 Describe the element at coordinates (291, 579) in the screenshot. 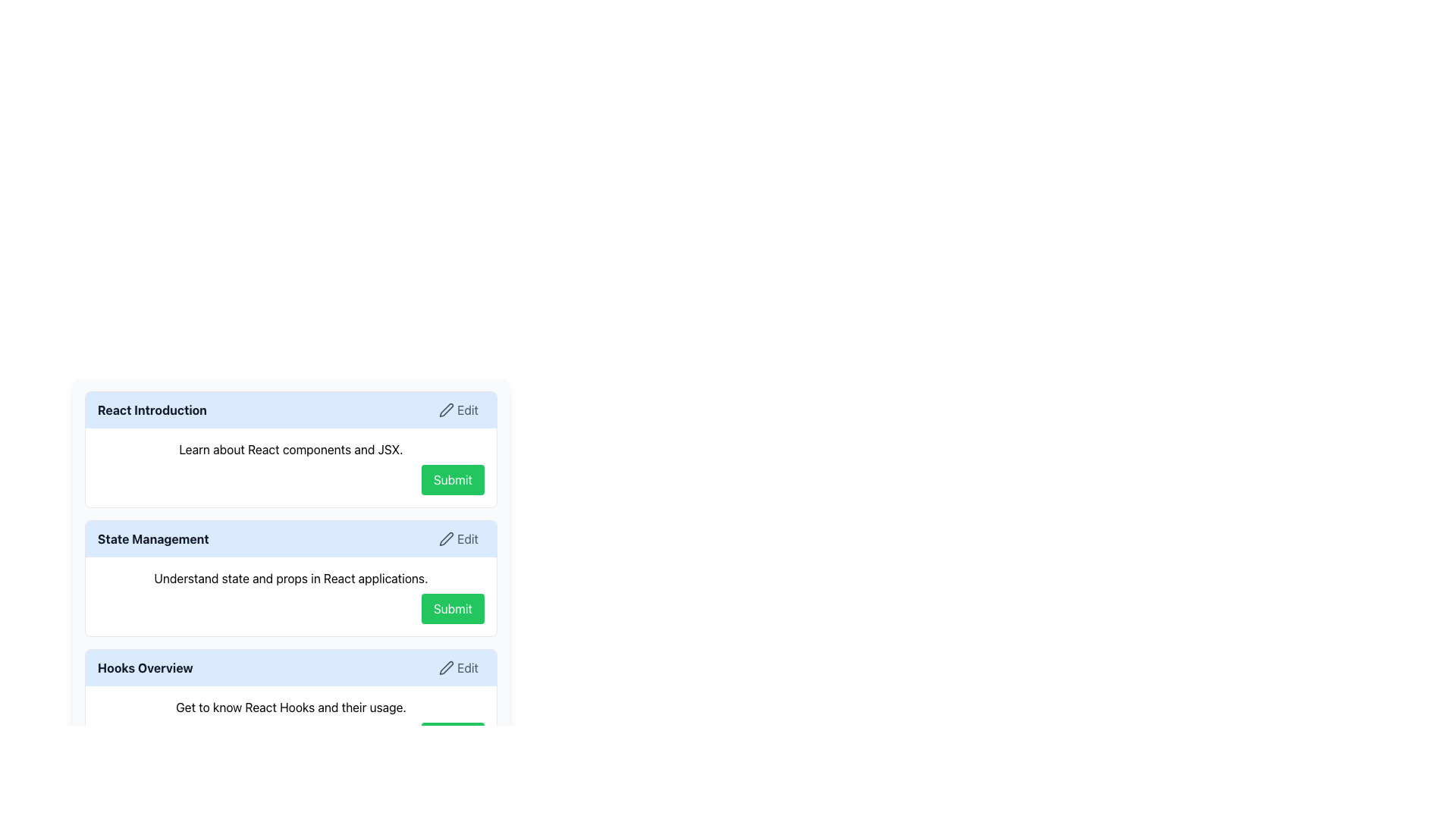

I see `the static text displaying 'Understand state and props in React applications.' located in the 'State Management' section, which is directly above the 'Submit' button` at that location.